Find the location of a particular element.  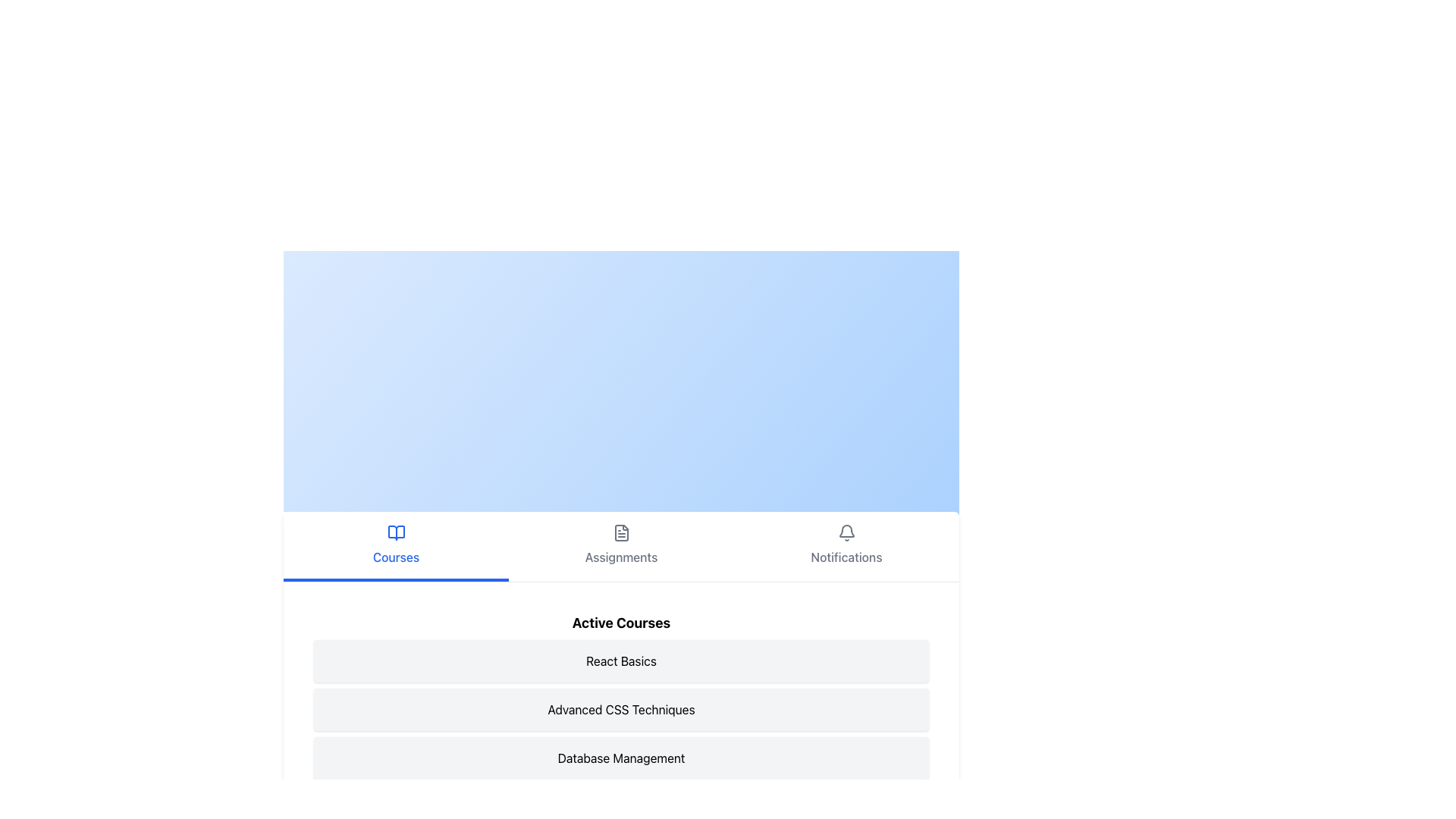

the bell-shaped notification icon located in the header section of the application to interact with notifications is located at coordinates (846, 529).